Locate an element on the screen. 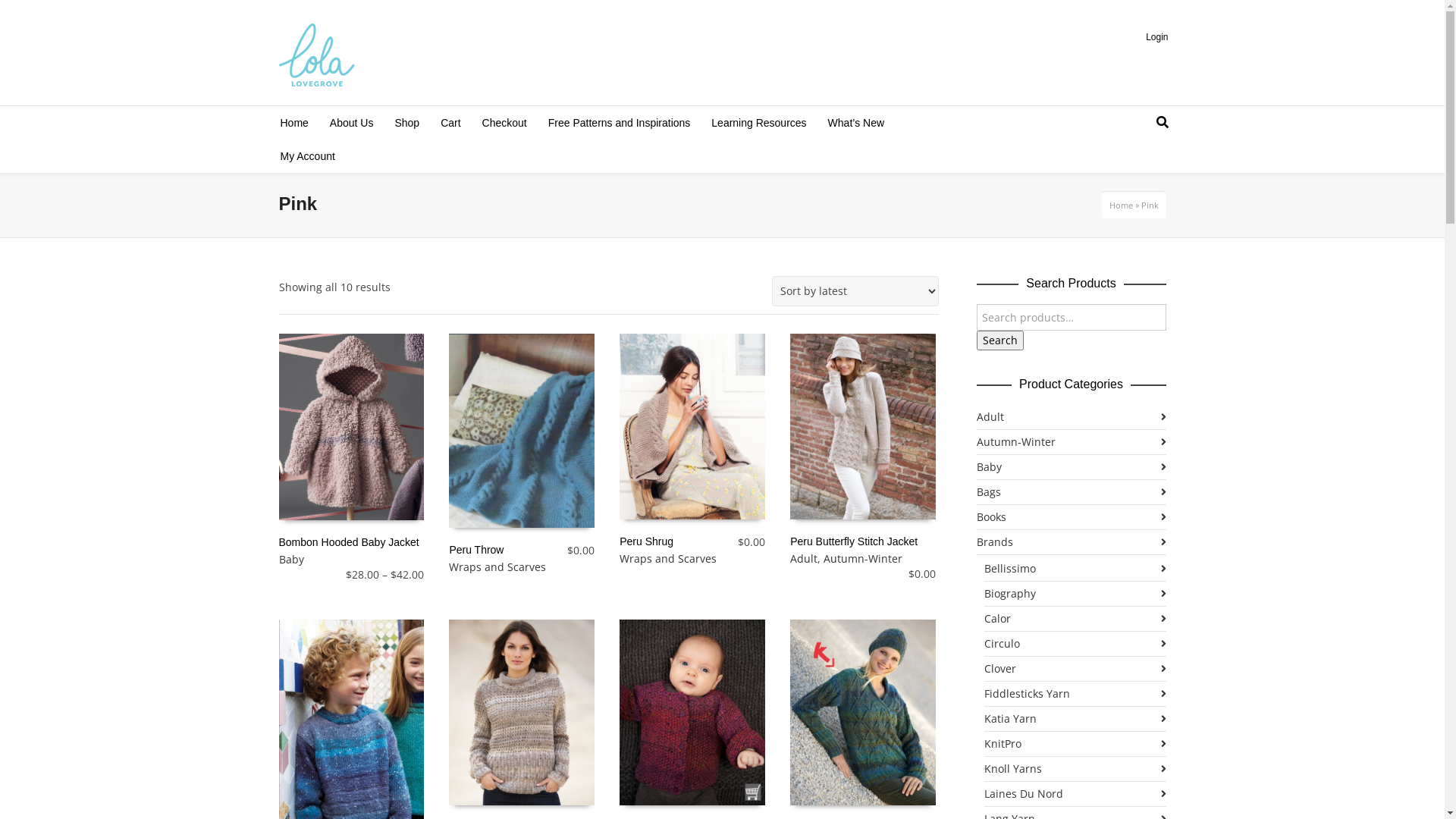 The width and height of the screenshot is (1456, 819). 'Peru Throw' is located at coordinates (475, 550).